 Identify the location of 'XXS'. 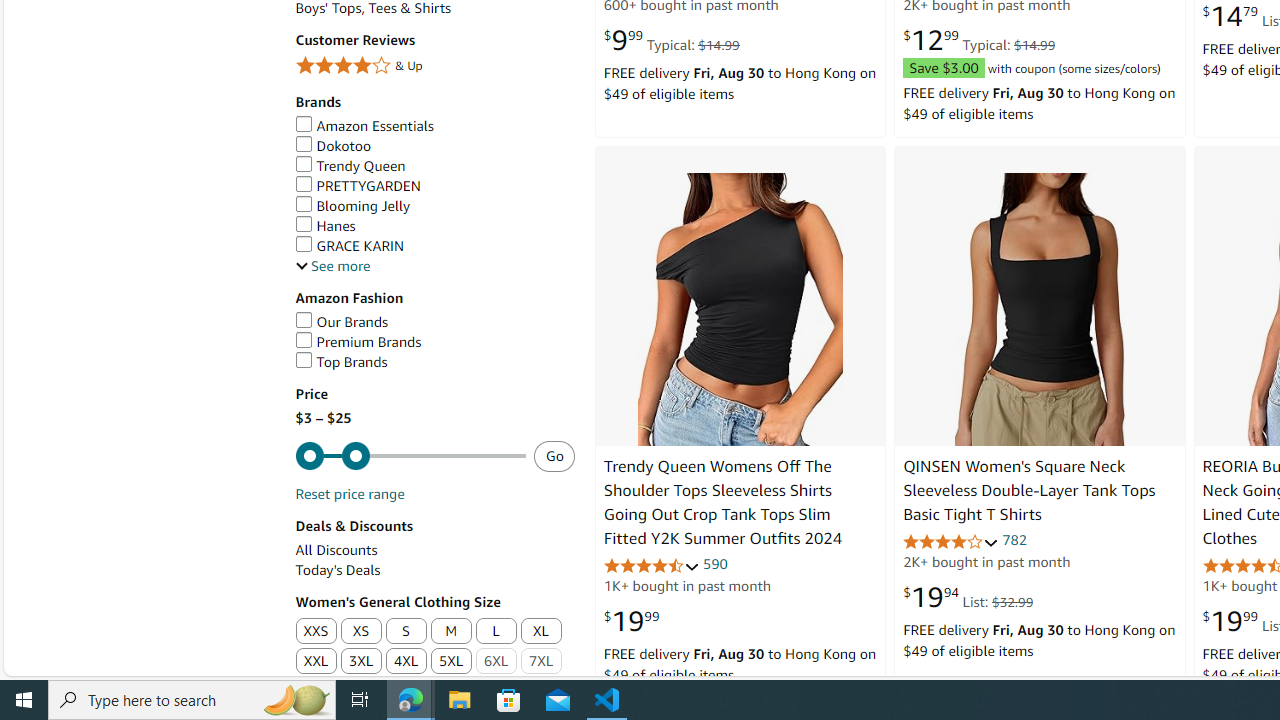
(315, 632).